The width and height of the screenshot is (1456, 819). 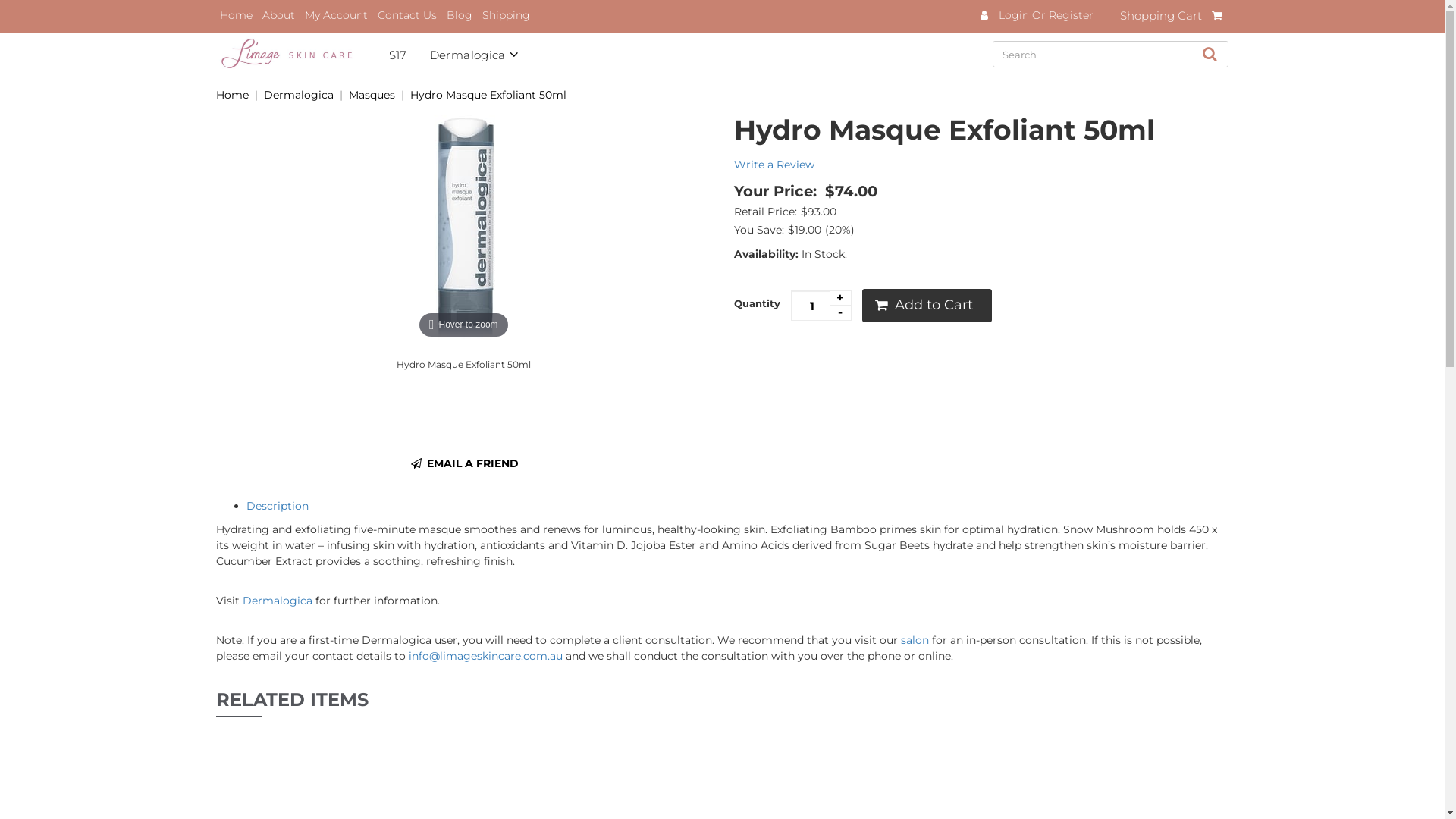 I want to click on 'Shipping', so click(x=477, y=14).